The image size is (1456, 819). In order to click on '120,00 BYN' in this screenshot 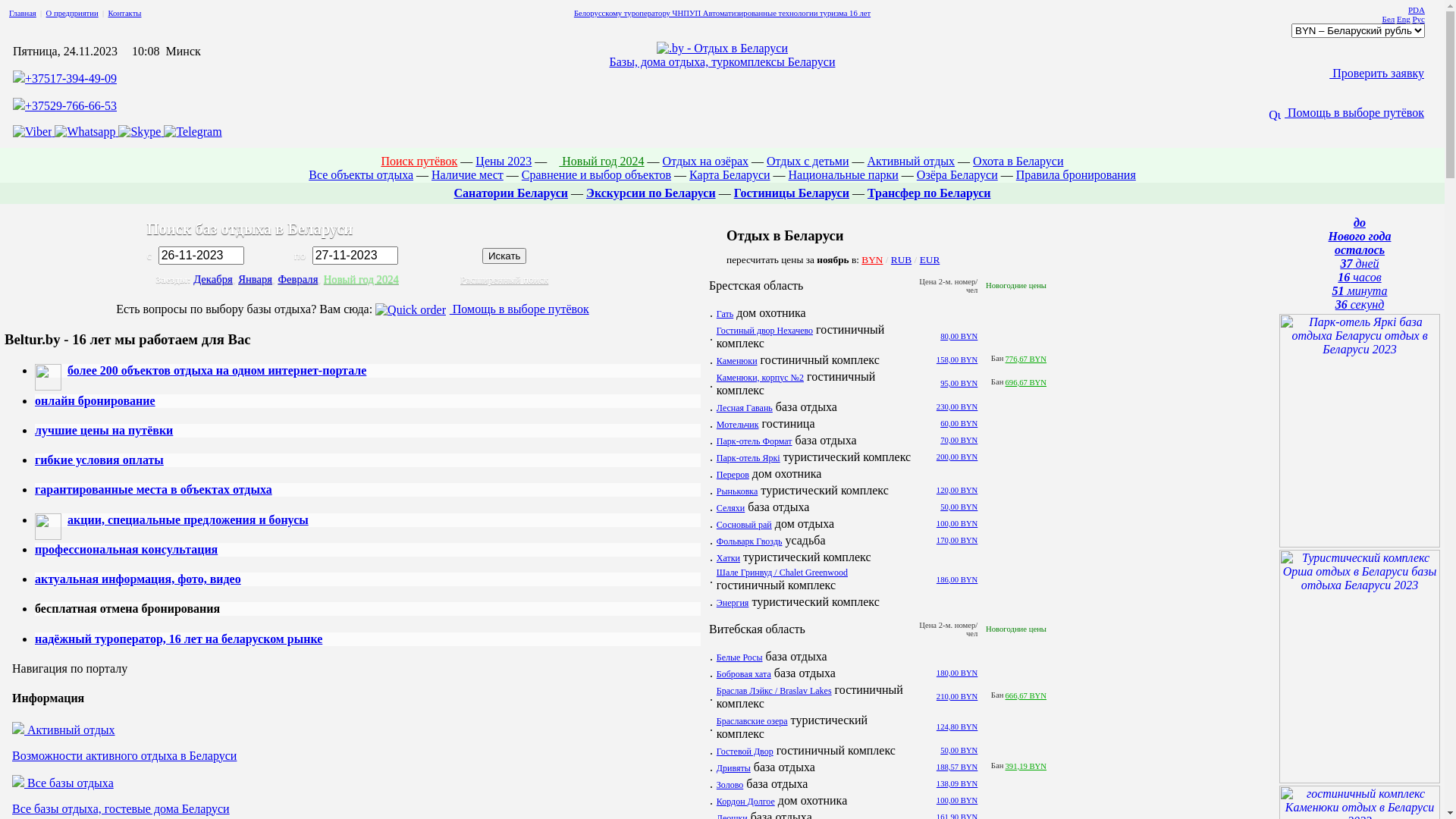, I will do `click(935, 490)`.